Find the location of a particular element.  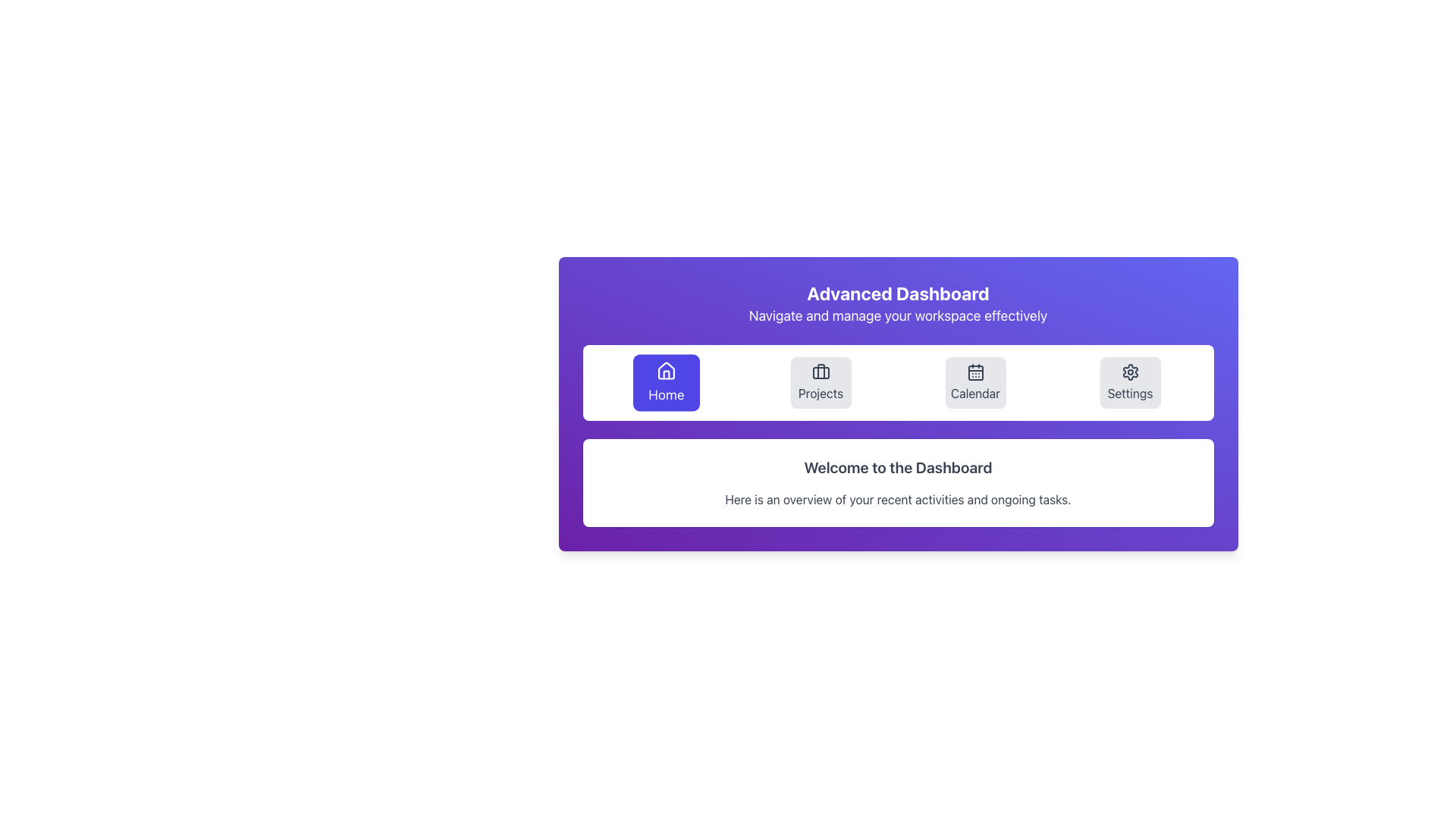

the 'Projects' button, which is a rectangular card-like button with a light gray background, rounded corners, a black briefcase icon at the top, and the text 'Projects' in dark gray below it is located at coordinates (820, 382).